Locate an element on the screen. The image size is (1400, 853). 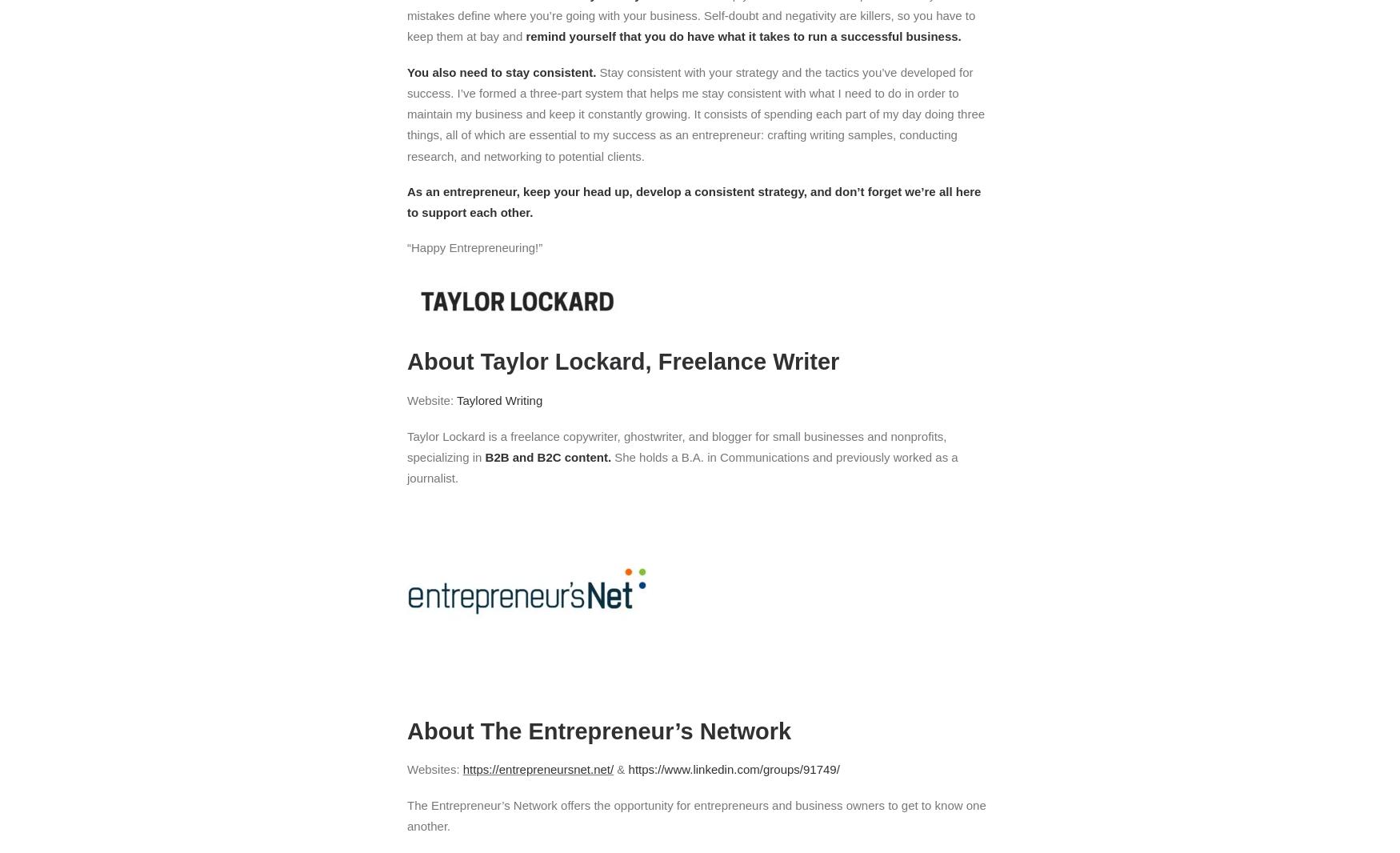
'Stay consistent with your strategy and the tactics you’ve developed for success. I’ve formed a three-part system that helps me stay consistent with what I need to do in order to maintain my business and keep it constantly growing. It consists of spending each part of my day doing three things, all of which are essential to my success as an entrepreneur: crafting writing samples, conducting research, and networking to potential clients.' is located at coordinates (695, 112).